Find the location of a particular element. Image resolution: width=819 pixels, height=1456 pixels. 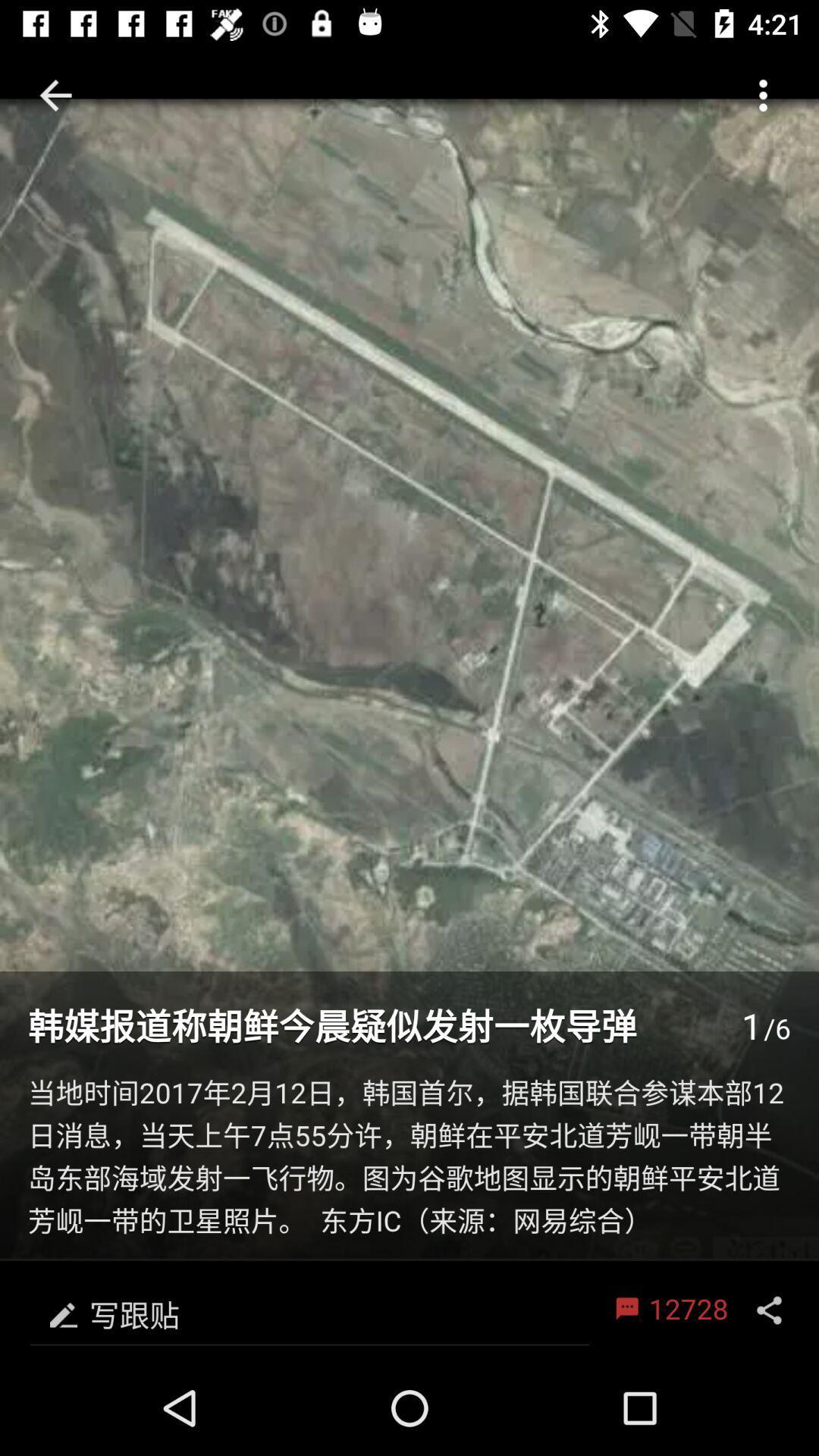

item next to 12728 item is located at coordinates (769, 1310).